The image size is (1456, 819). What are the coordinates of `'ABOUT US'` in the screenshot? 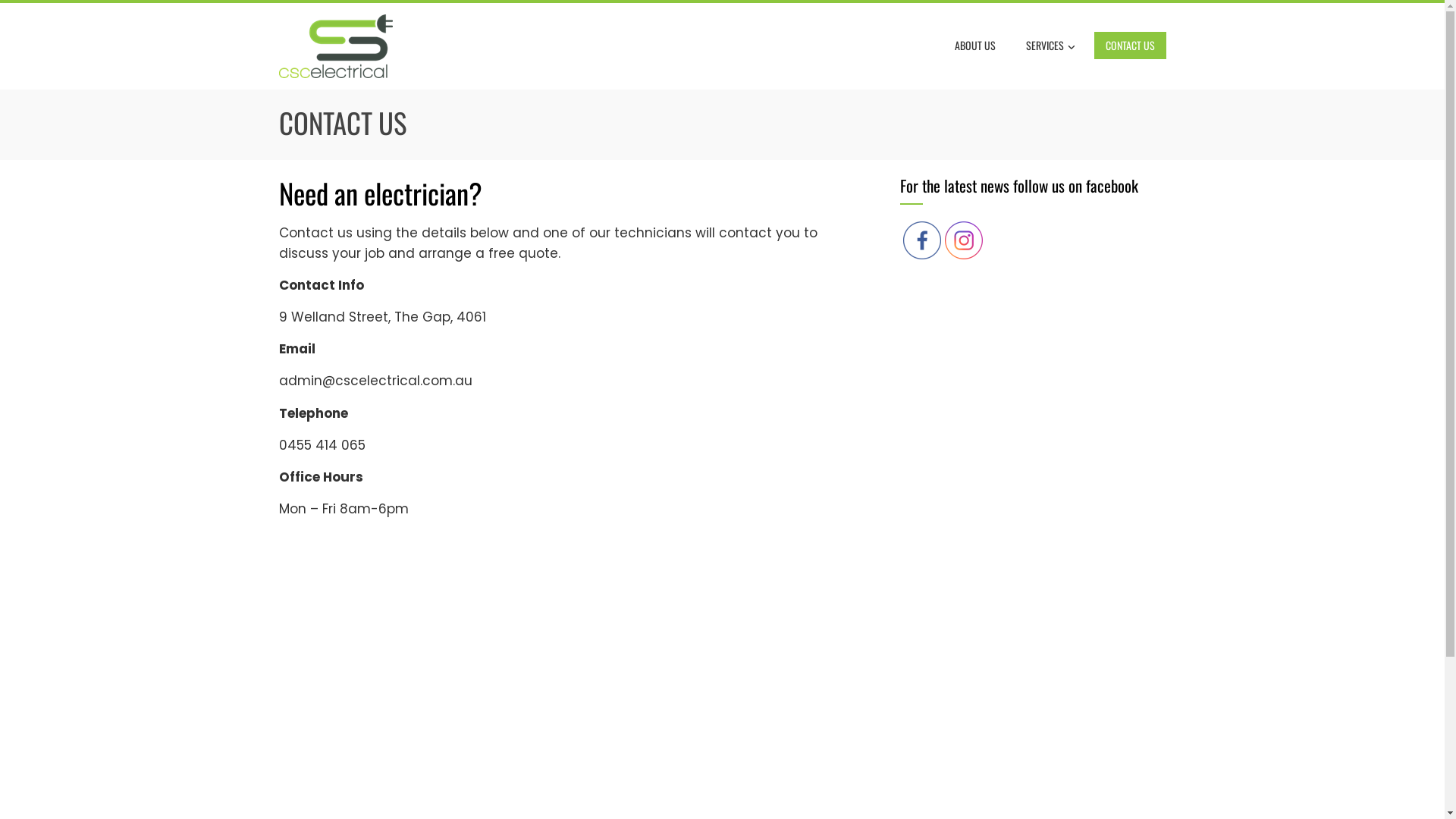 It's located at (975, 45).